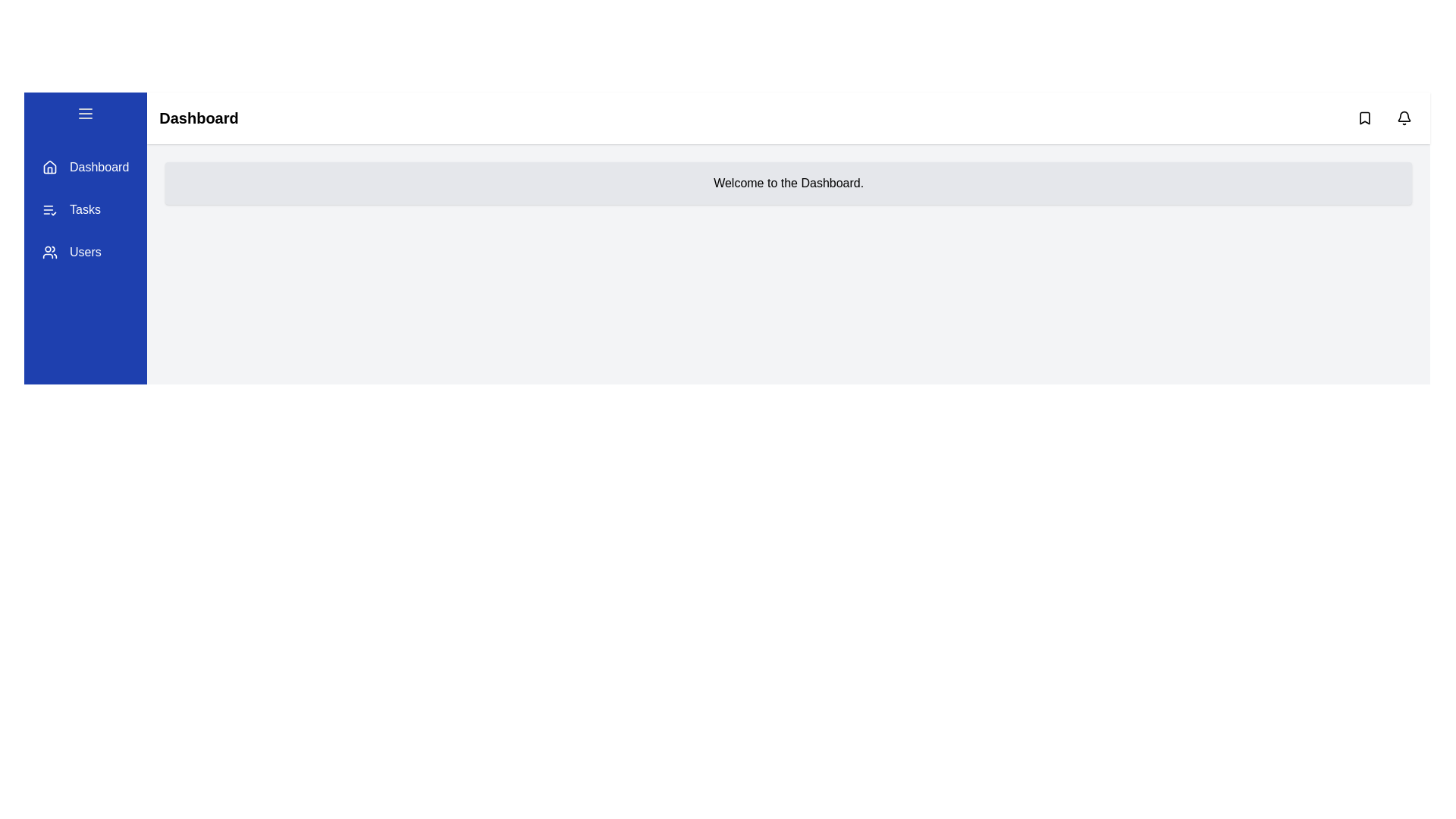 The width and height of the screenshot is (1456, 819). What do you see at coordinates (198, 117) in the screenshot?
I see `text content of the bold, large-sized text label saying 'Dashboard' located at the top-left corner of the main content area, to the right of the blue vertical sidebar` at bounding box center [198, 117].